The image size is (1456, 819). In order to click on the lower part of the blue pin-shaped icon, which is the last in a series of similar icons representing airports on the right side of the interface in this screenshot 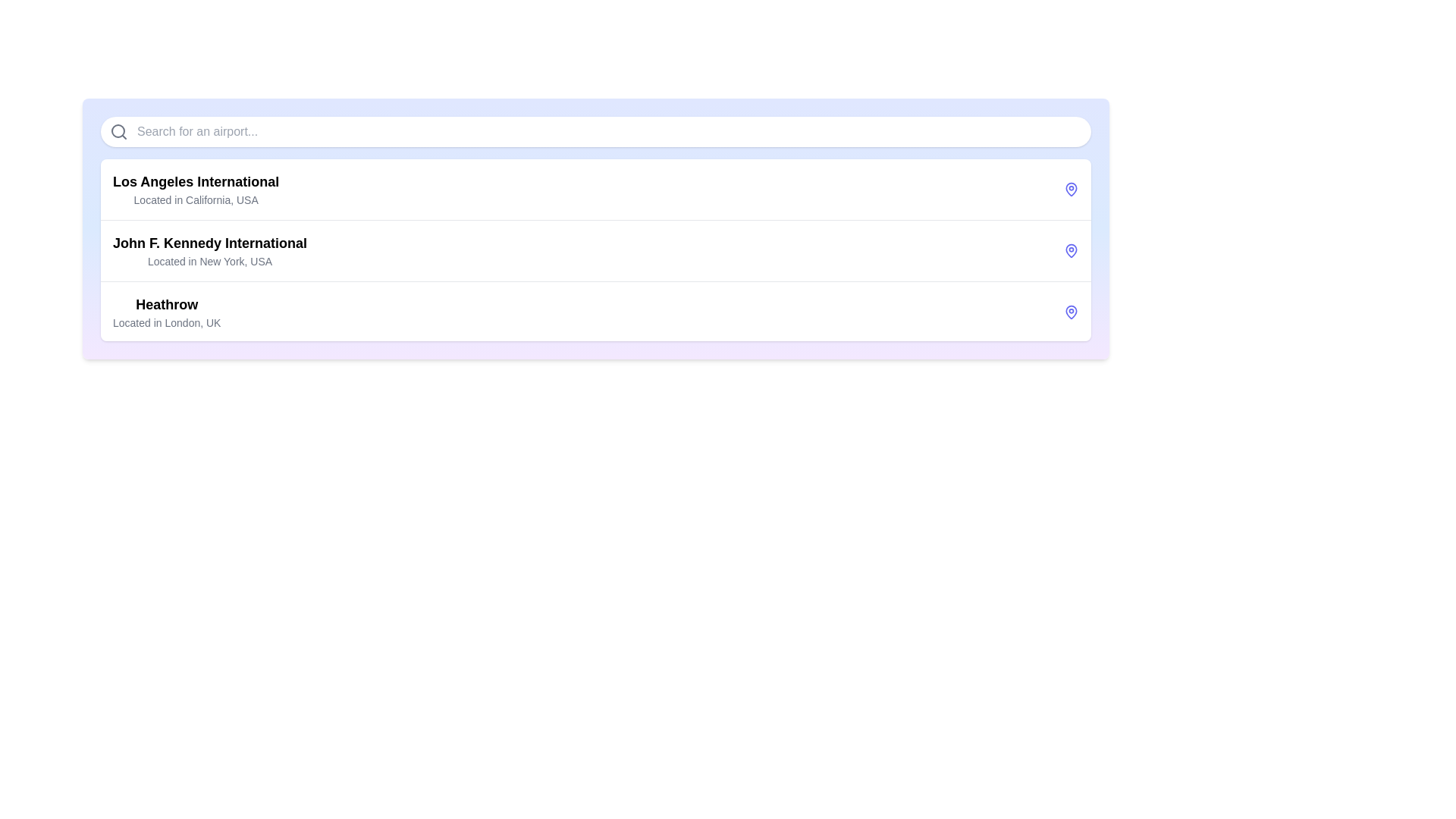, I will do `click(1070, 311)`.